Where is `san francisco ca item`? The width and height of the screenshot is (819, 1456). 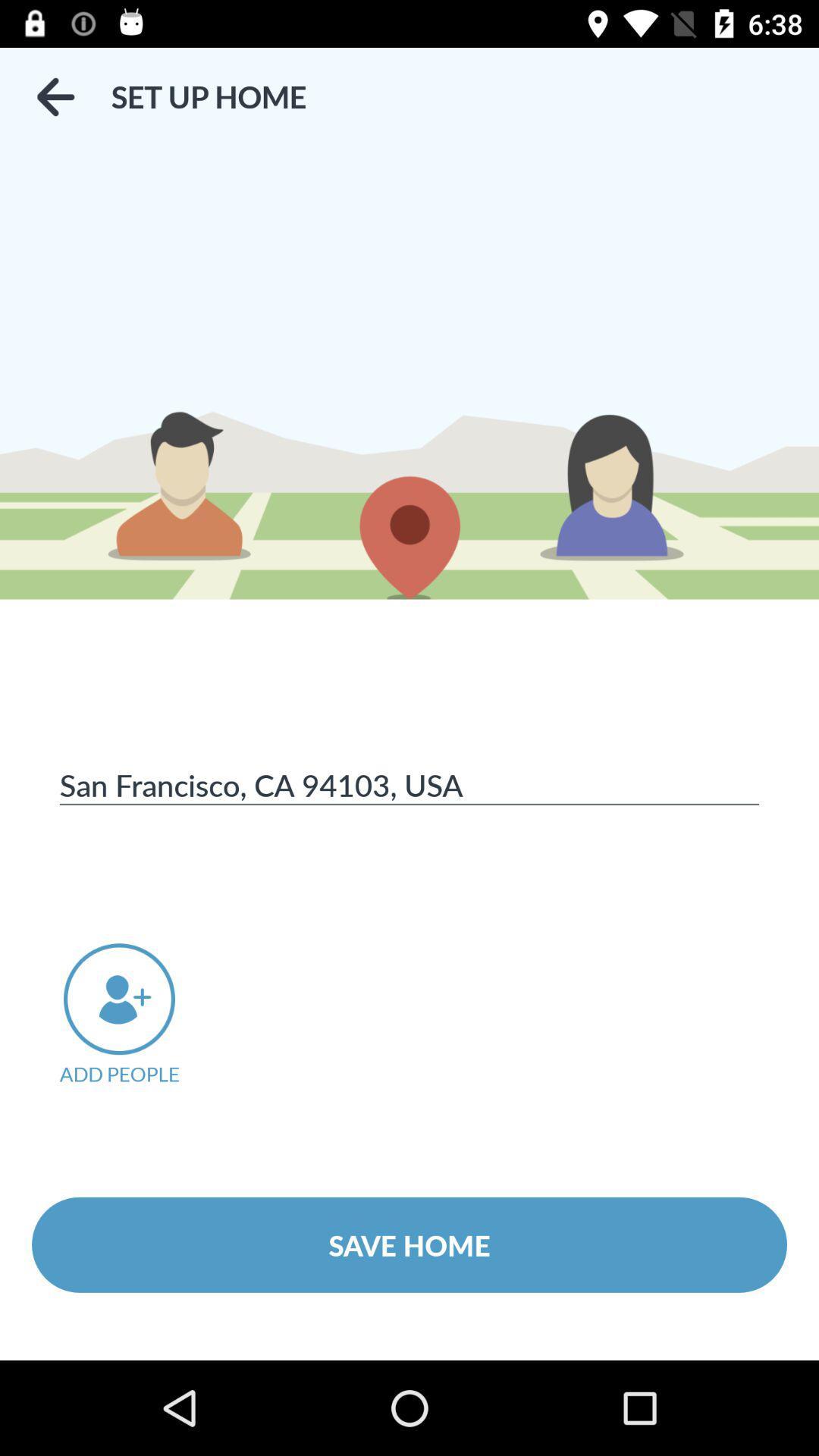
san francisco ca item is located at coordinates (409, 784).